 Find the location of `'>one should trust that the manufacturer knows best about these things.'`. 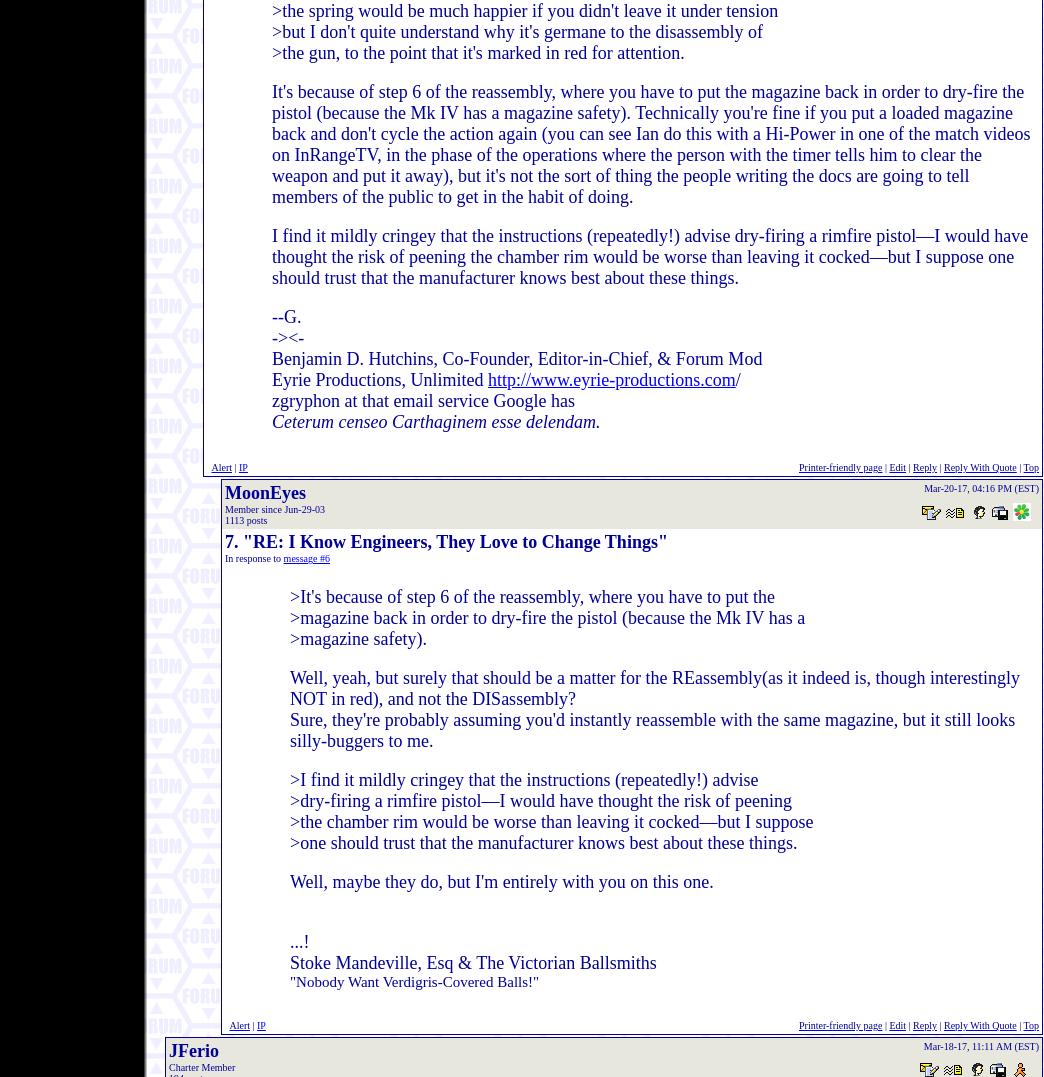

'>one should trust that the manufacturer knows best about these things.' is located at coordinates (542, 841).